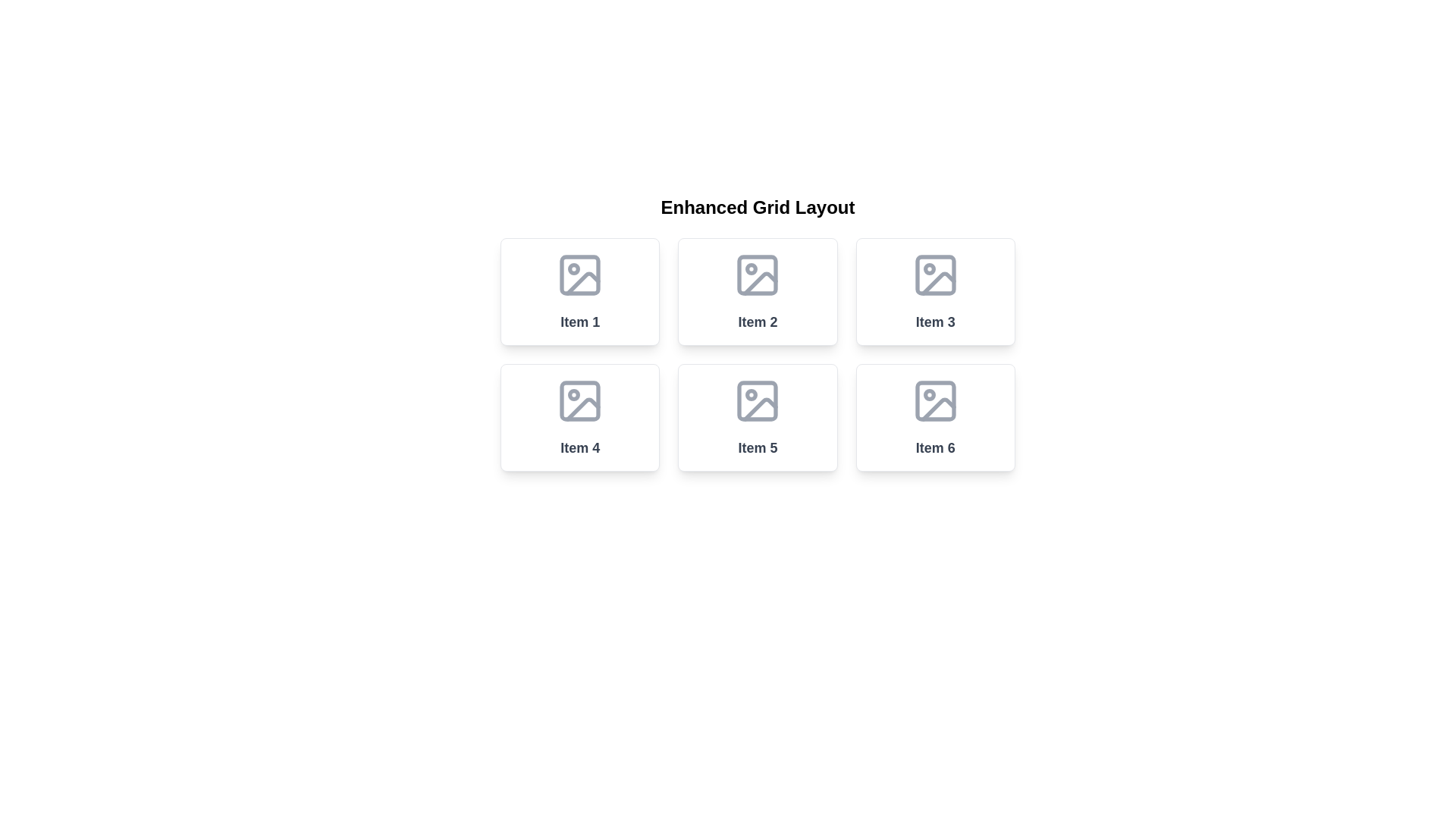 The height and width of the screenshot is (819, 1456). I want to click on the selectable button or card positioned in the top row and third column of the grid layout to trigger a visual effect, so click(934, 292).